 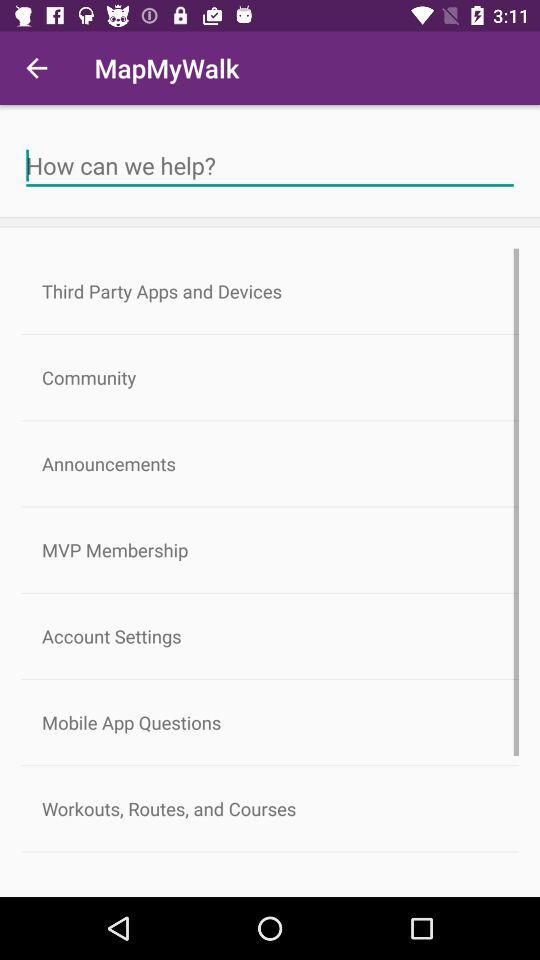 What do you see at coordinates (270, 550) in the screenshot?
I see `icon above account settings item` at bounding box center [270, 550].